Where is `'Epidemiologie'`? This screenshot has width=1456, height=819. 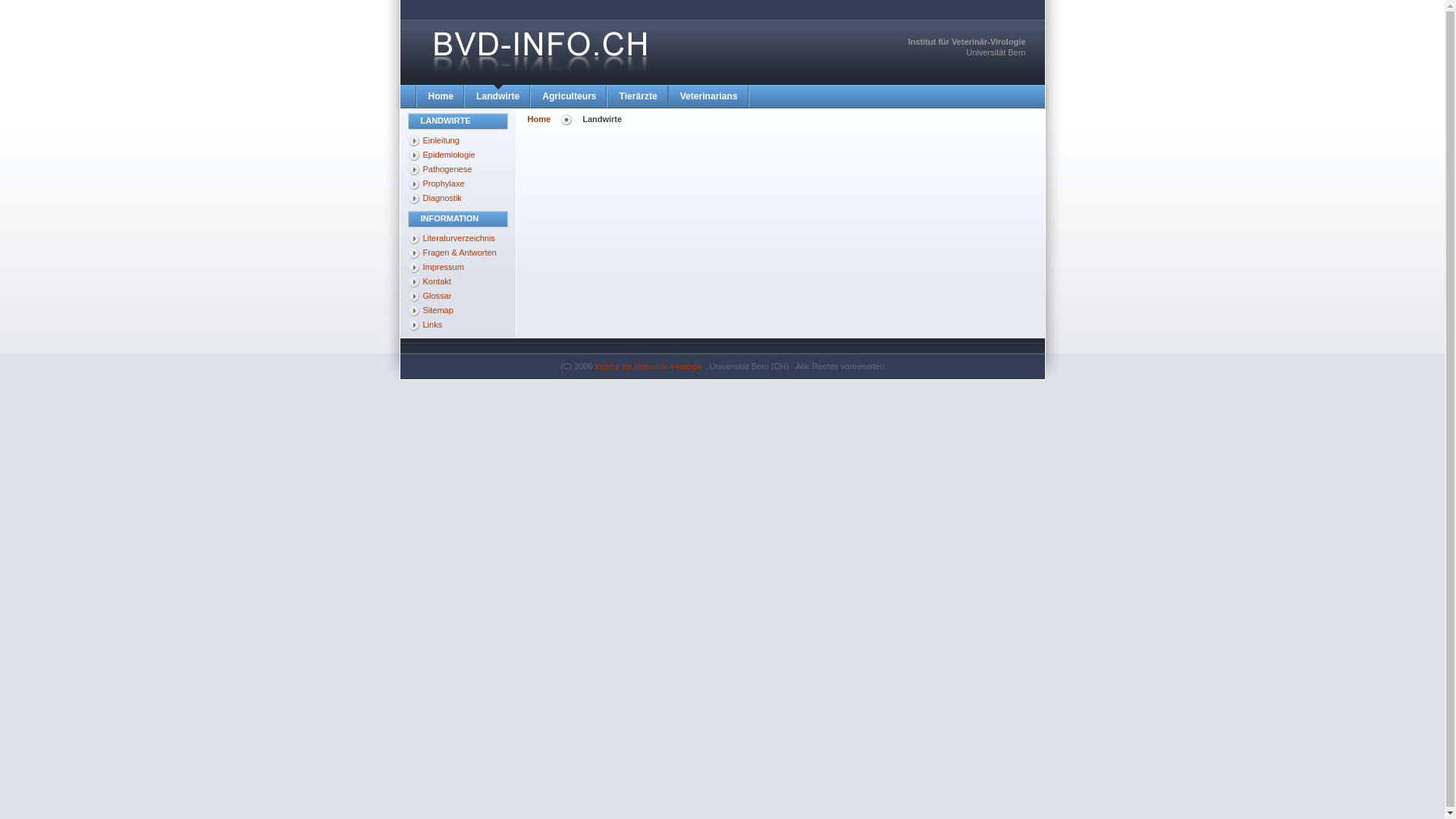
'Epidemiologie' is located at coordinates (457, 155).